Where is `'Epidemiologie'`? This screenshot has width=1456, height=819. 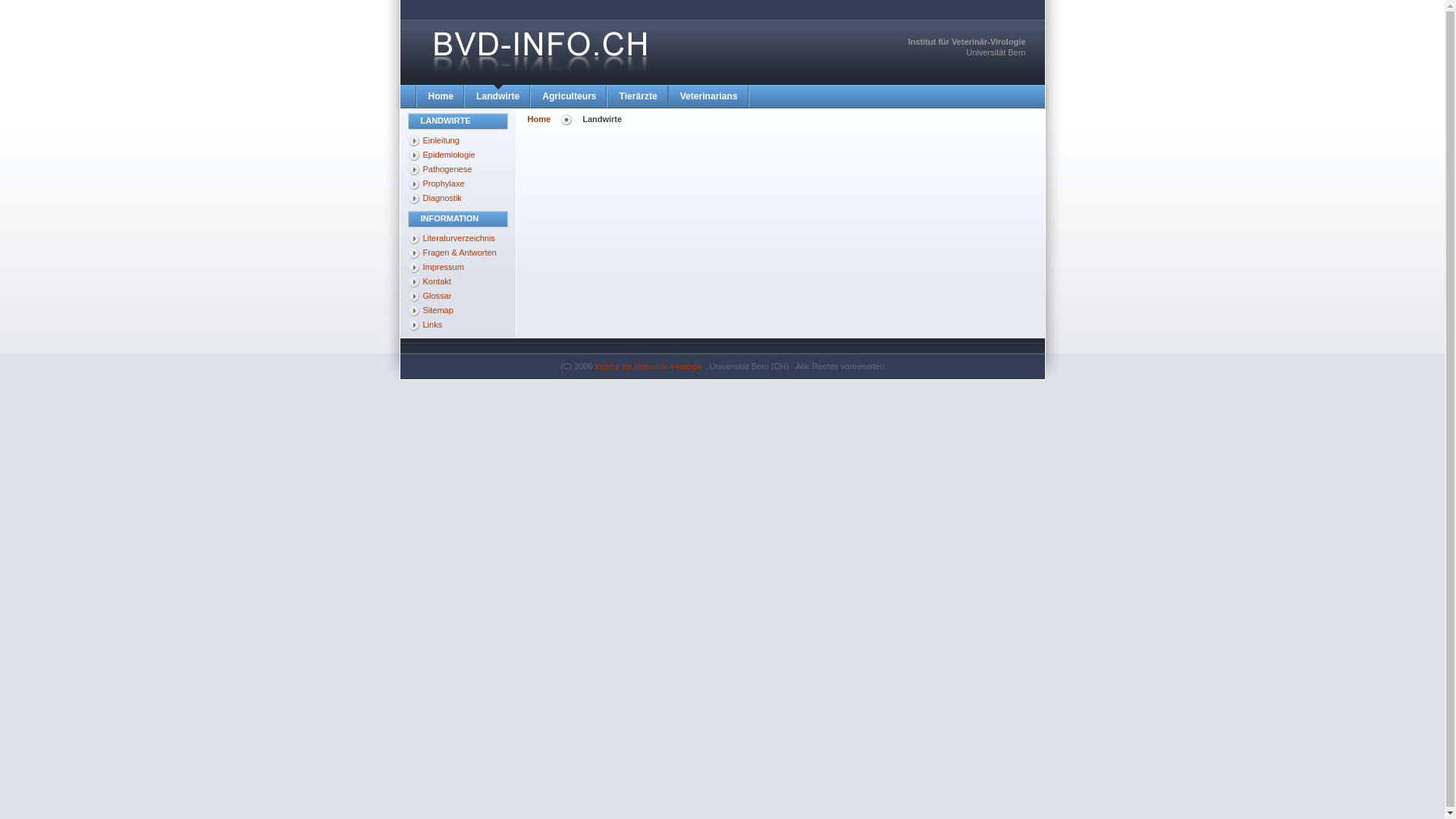
'Epidemiologie' is located at coordinates (457, 155).